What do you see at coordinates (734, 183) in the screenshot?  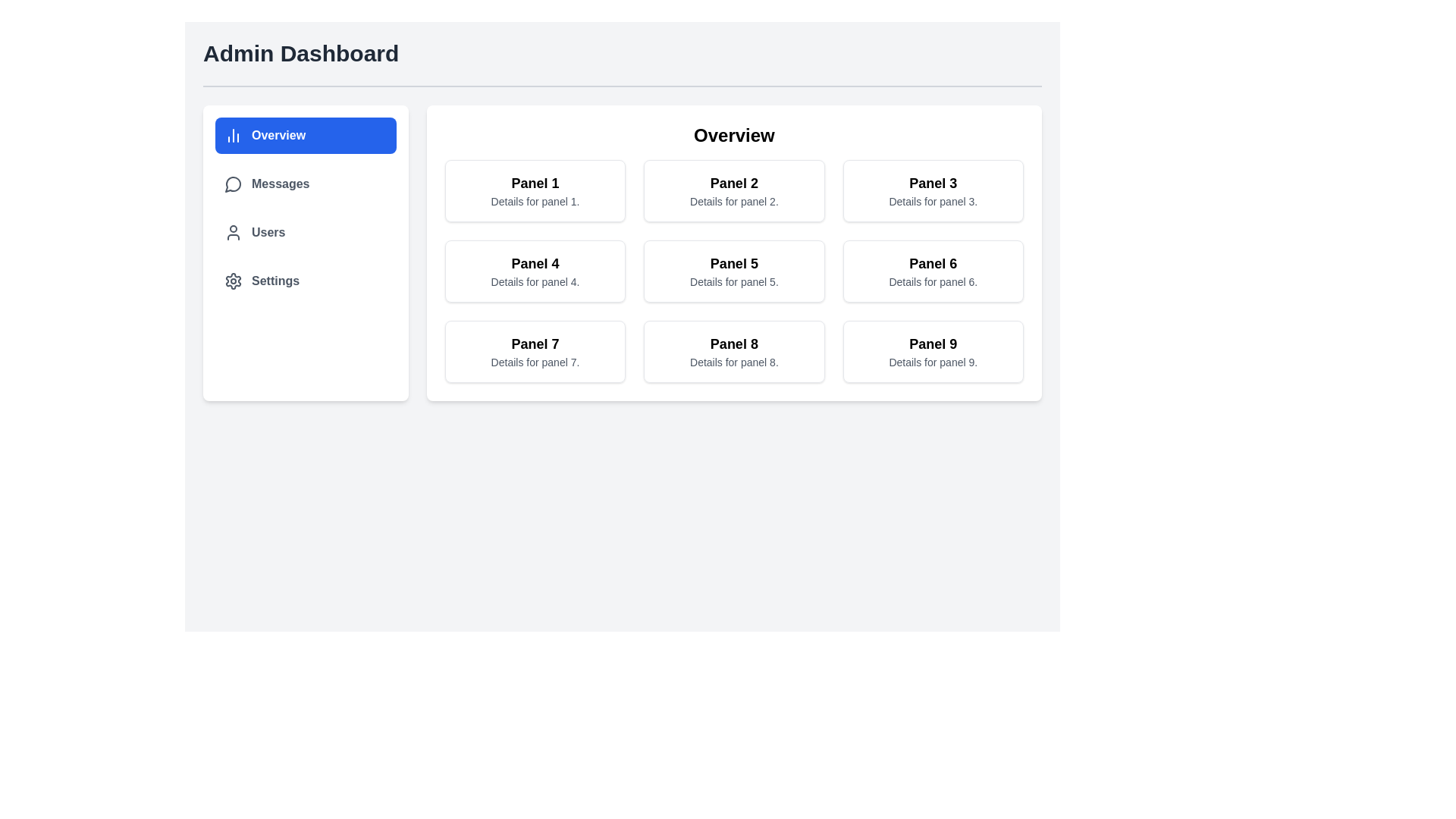 I see `the text label that serves as the heading for the panel titled 'Details for panel 2', located in the second column of the topmost row of panels` at bounding box center [734, 183].